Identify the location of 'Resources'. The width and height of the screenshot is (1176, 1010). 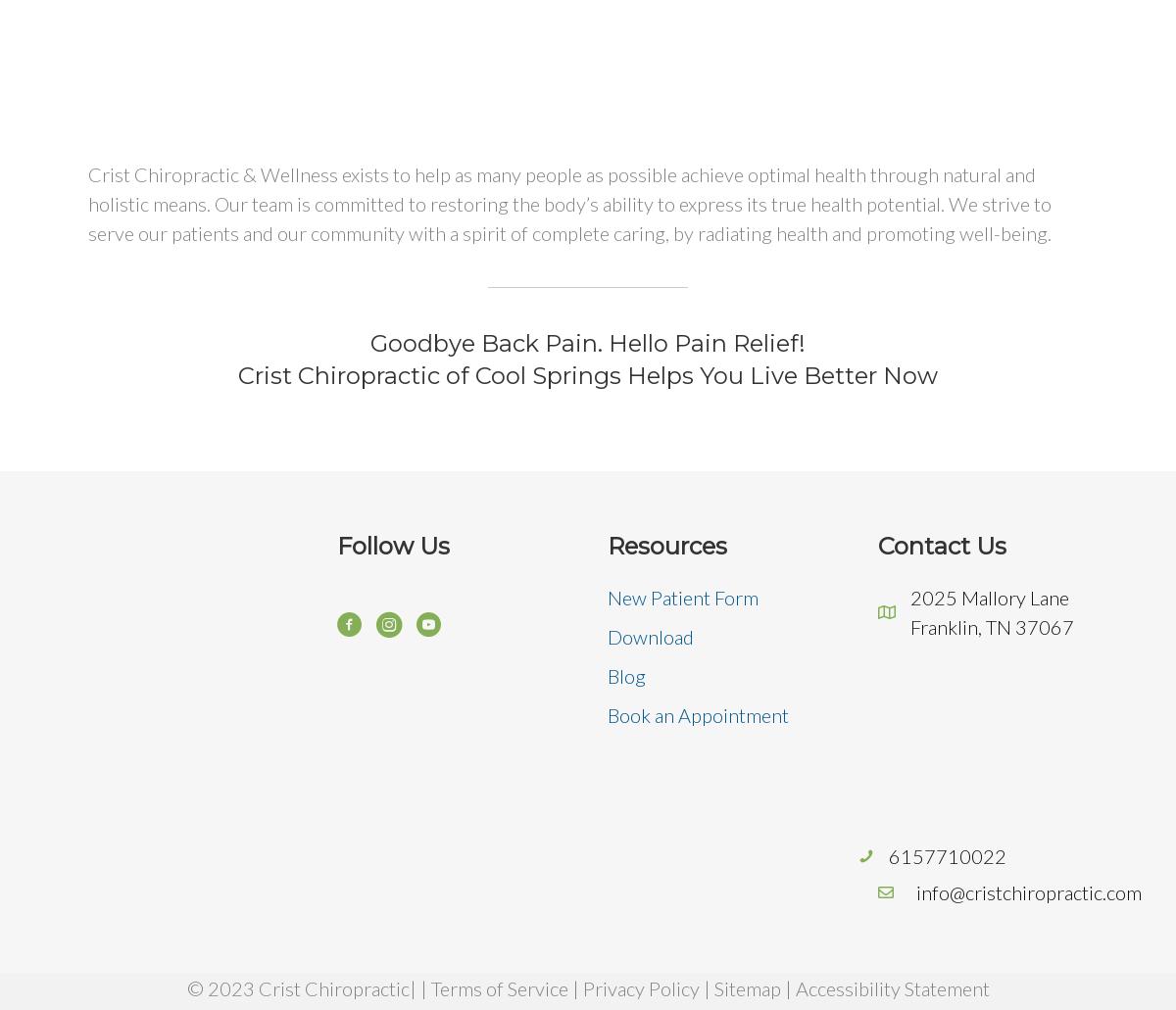
(608, 545).